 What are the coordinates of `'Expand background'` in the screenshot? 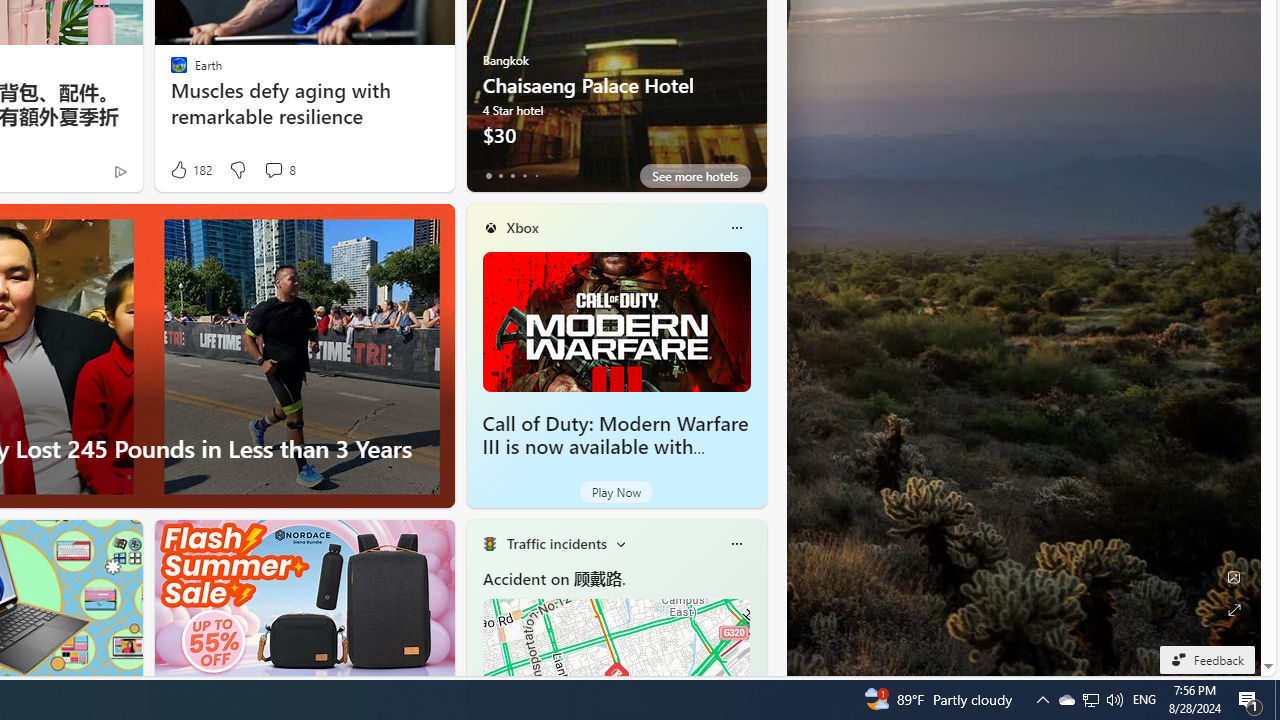 It's located at (1232, 609).